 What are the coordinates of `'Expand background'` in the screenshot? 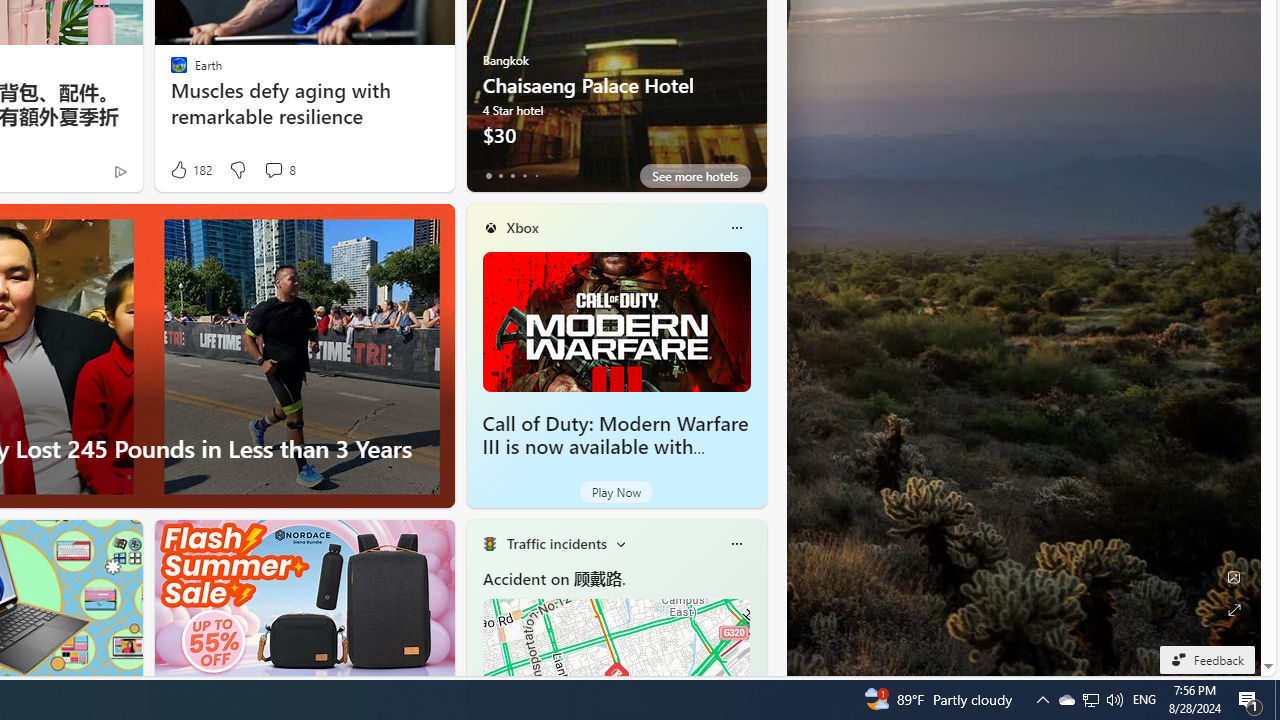 It's located at (1232, 609).